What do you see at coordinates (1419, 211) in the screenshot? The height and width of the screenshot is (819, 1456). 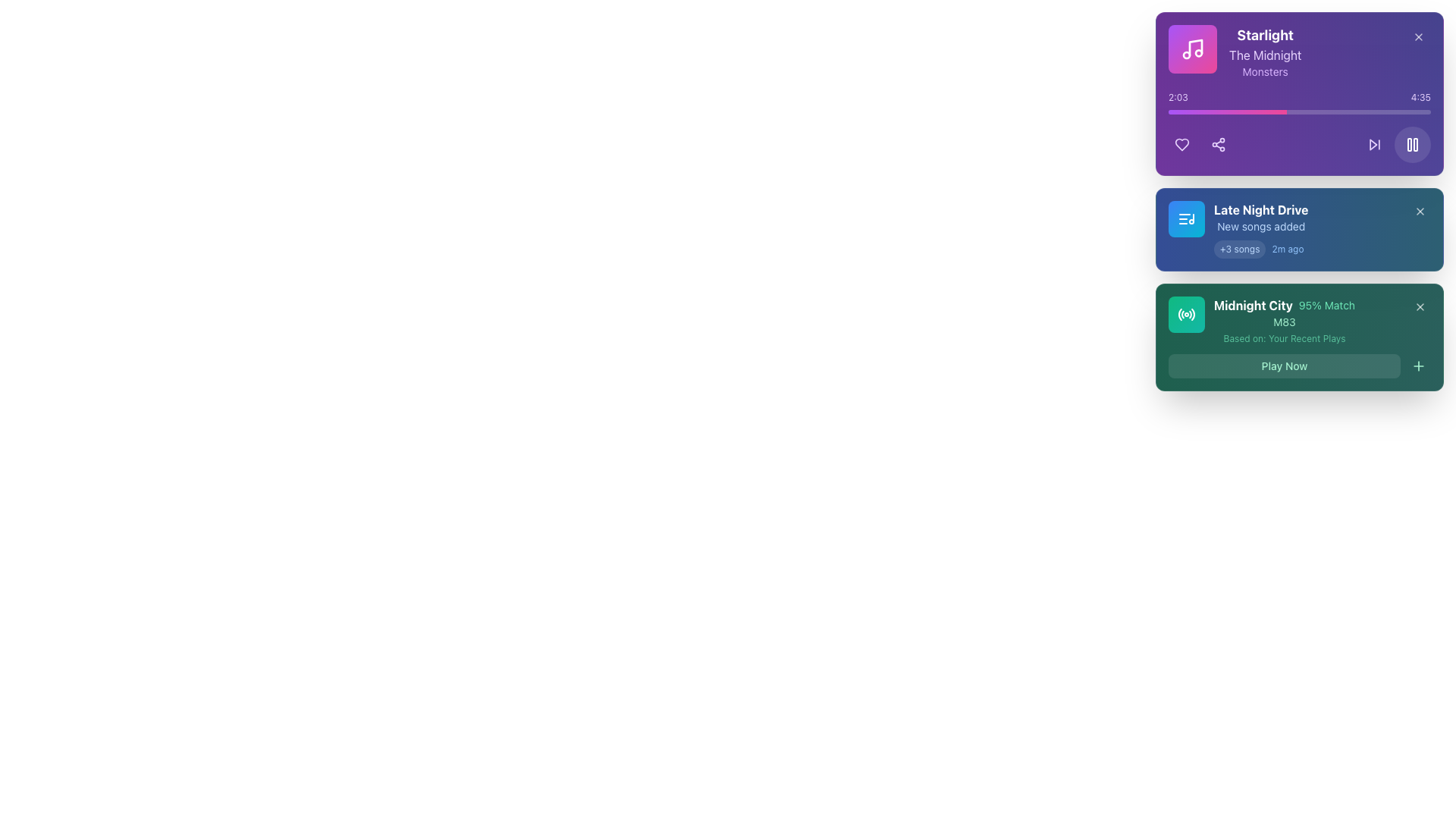 I see `the close button represented by a small, square-shaped 'X' icon in the top-right corner of the blue card labeled 'Late Night Drive'` at bounding box center [1419, 211].